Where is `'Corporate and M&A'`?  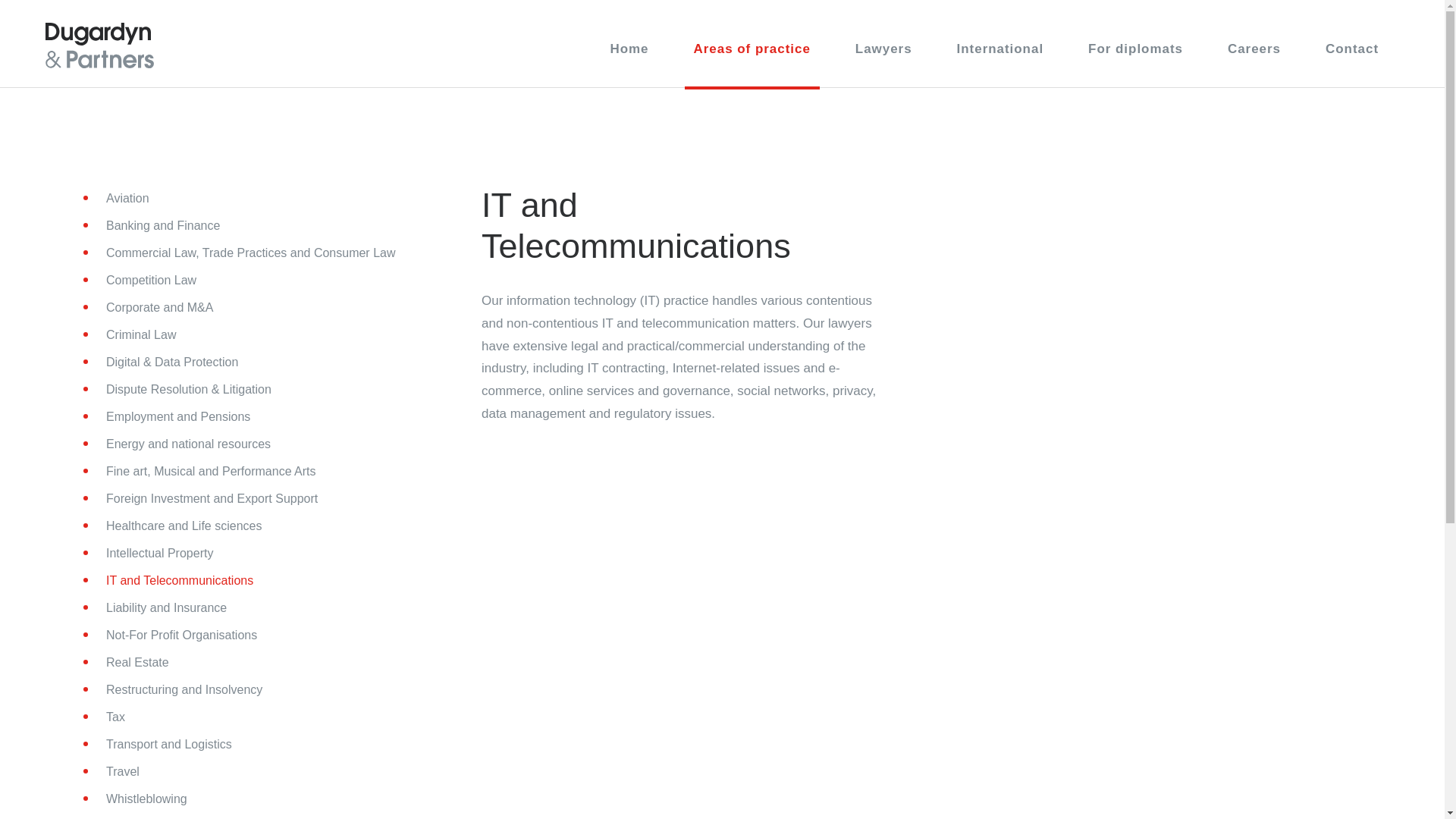 'Corporate and M&A' is located at coordinates (149, 307).